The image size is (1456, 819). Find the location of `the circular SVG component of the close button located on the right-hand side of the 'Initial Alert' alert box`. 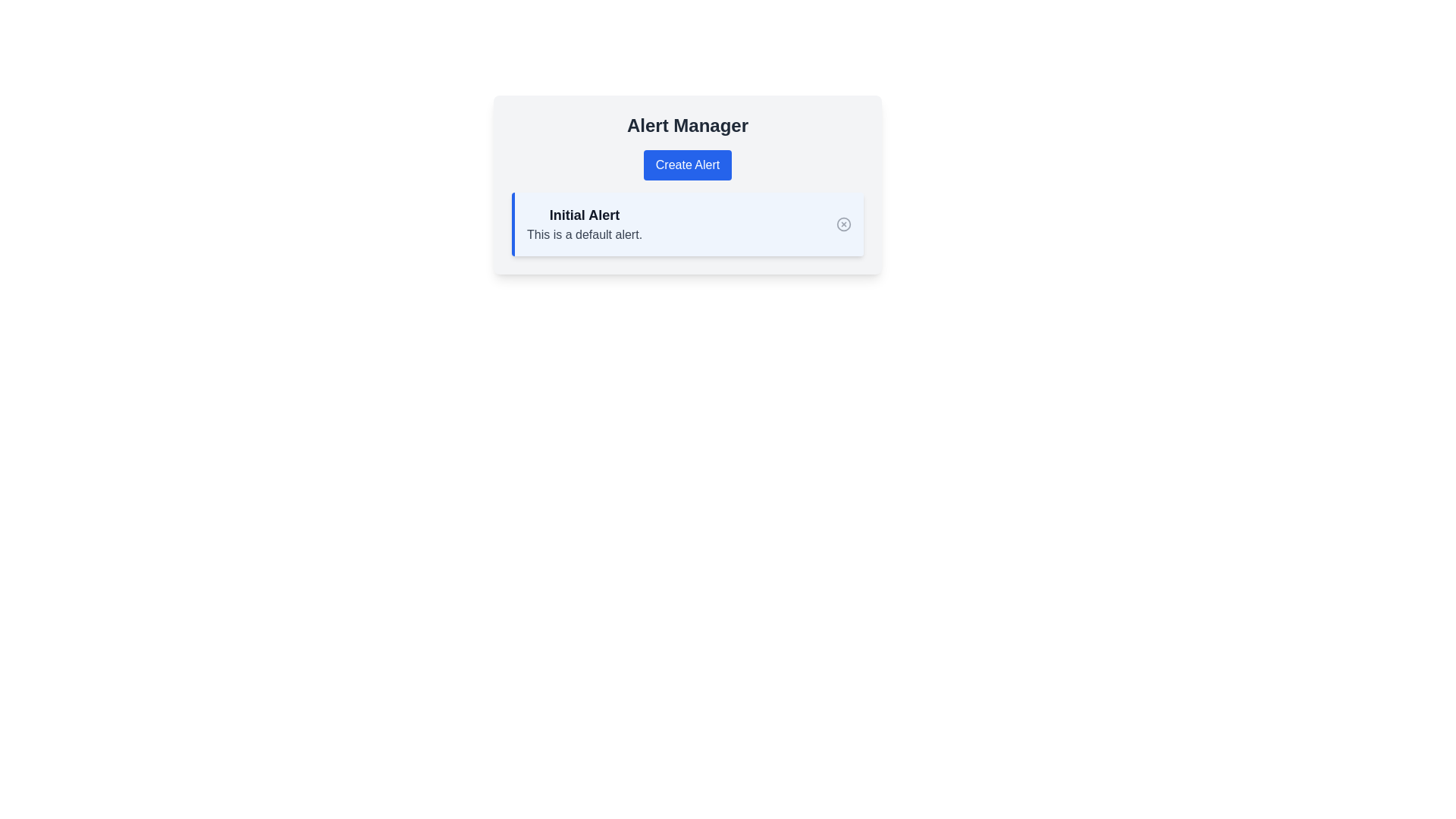

the circular SVG component of the close button located on the right-hand side of the 'Initial Alert' alert box is located at coordinates (843, 224).